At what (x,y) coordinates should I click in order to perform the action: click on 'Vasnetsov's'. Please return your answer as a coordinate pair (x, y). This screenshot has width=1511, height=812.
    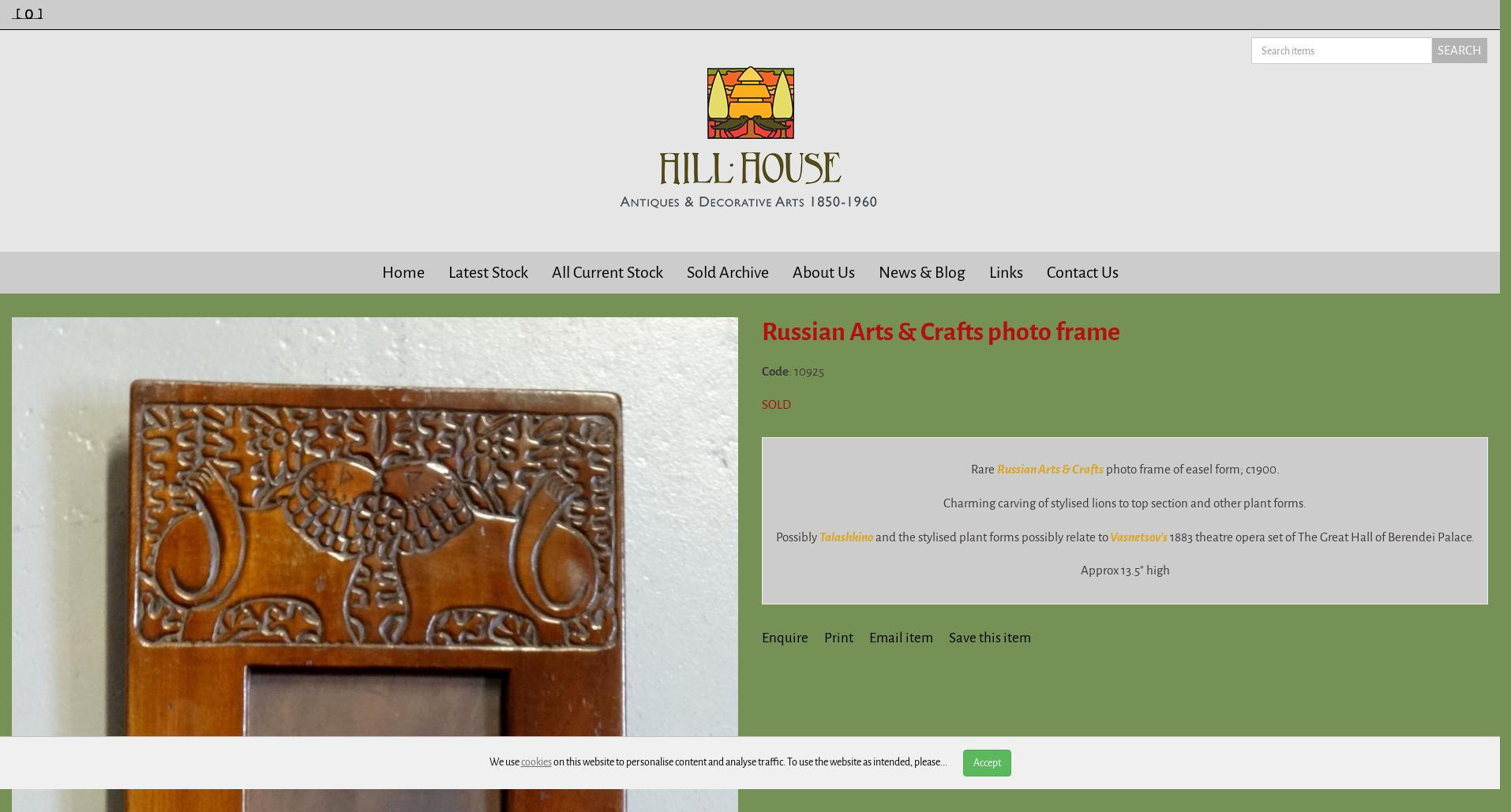
    Looking at the image, I should click on (1138, 535).